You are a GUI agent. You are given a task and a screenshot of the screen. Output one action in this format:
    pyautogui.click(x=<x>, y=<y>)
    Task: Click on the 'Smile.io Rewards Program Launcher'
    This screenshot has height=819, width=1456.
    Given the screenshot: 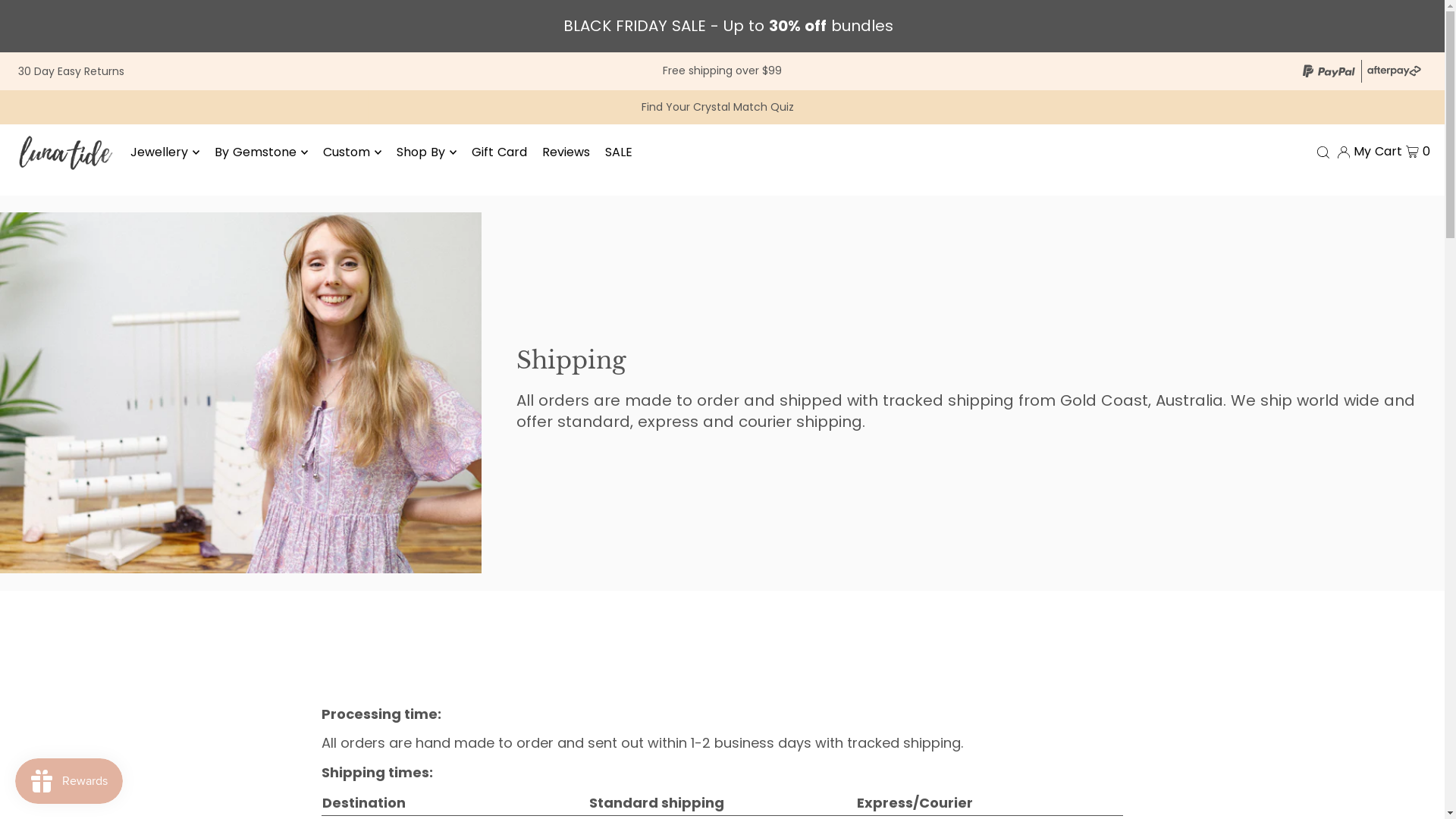 What is the action you would take?
    pyautogui.click(x=68, y=780)
    